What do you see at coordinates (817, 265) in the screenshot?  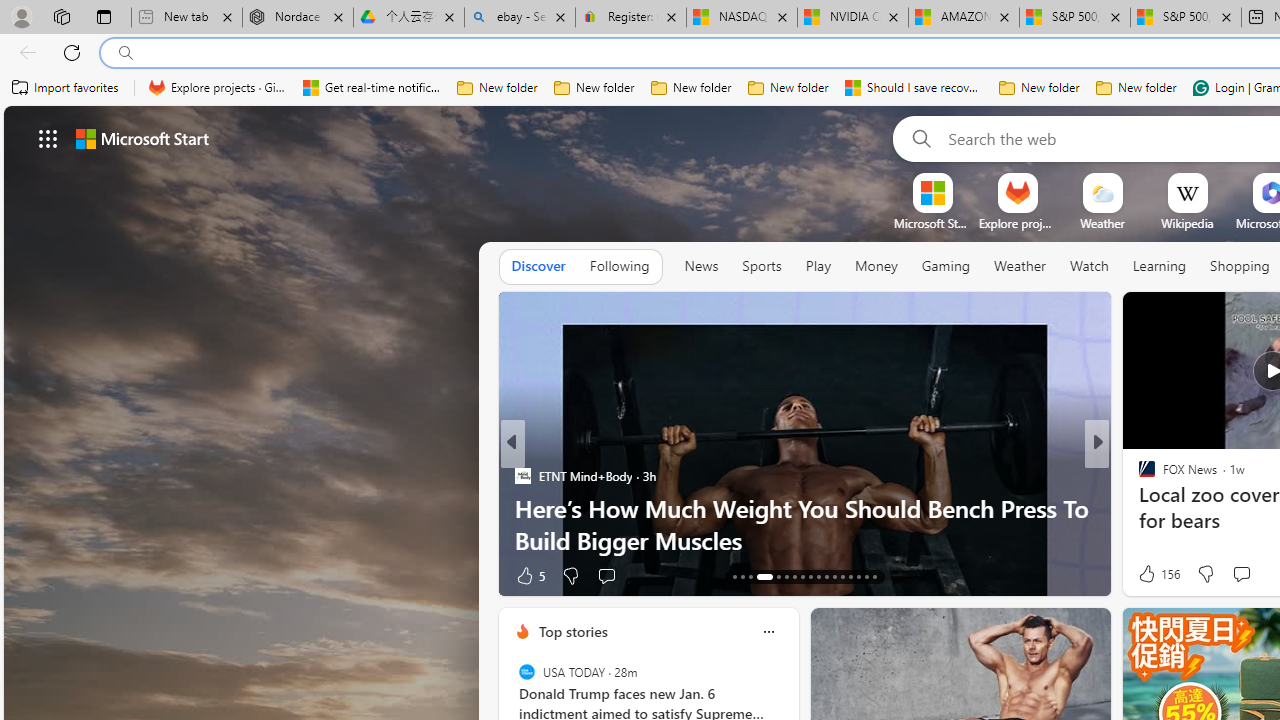 I see `'Play'` at bounding box center [817, 265].